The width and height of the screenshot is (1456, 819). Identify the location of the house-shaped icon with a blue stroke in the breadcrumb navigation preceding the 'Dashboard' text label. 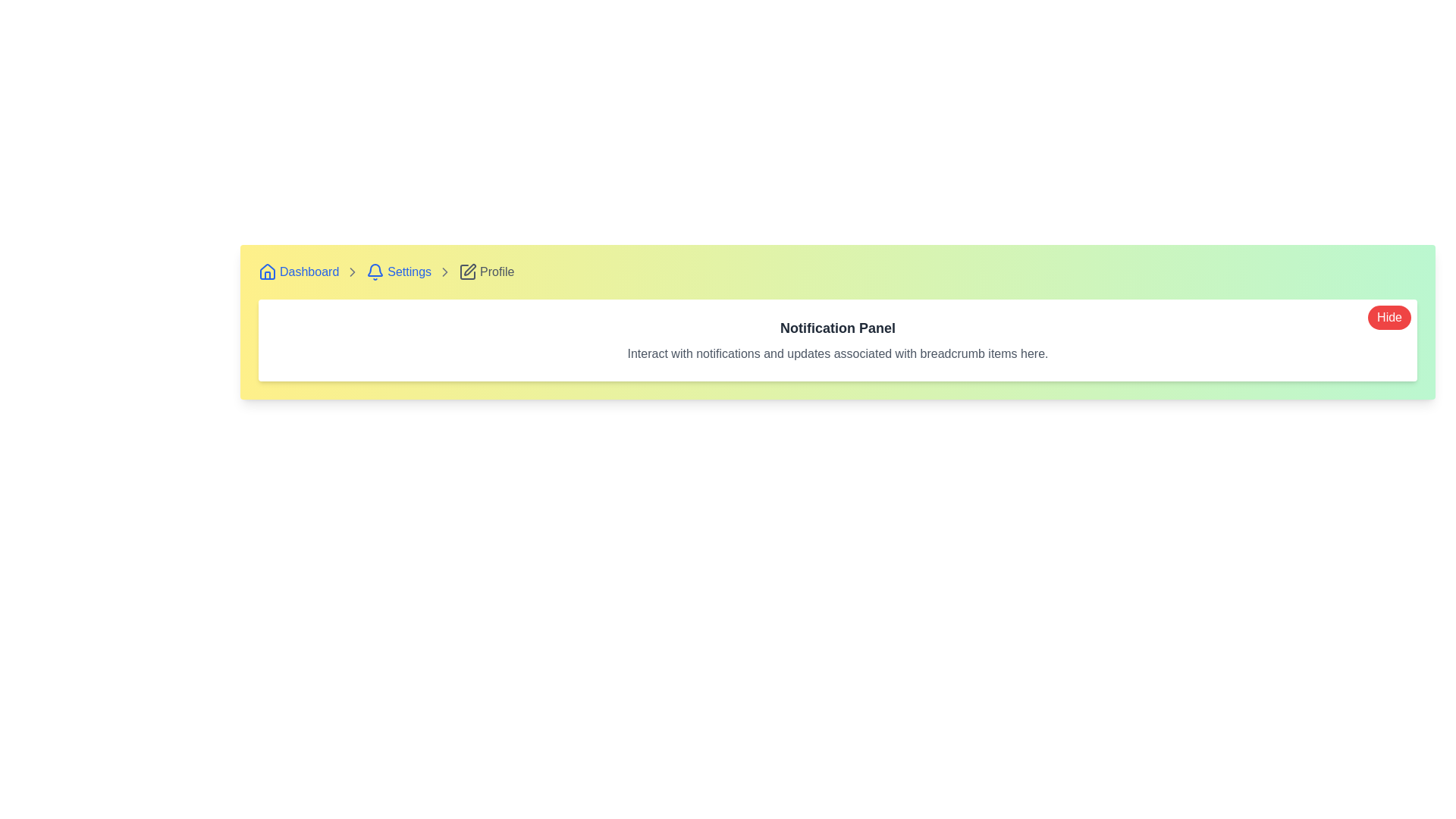
(268, 271).